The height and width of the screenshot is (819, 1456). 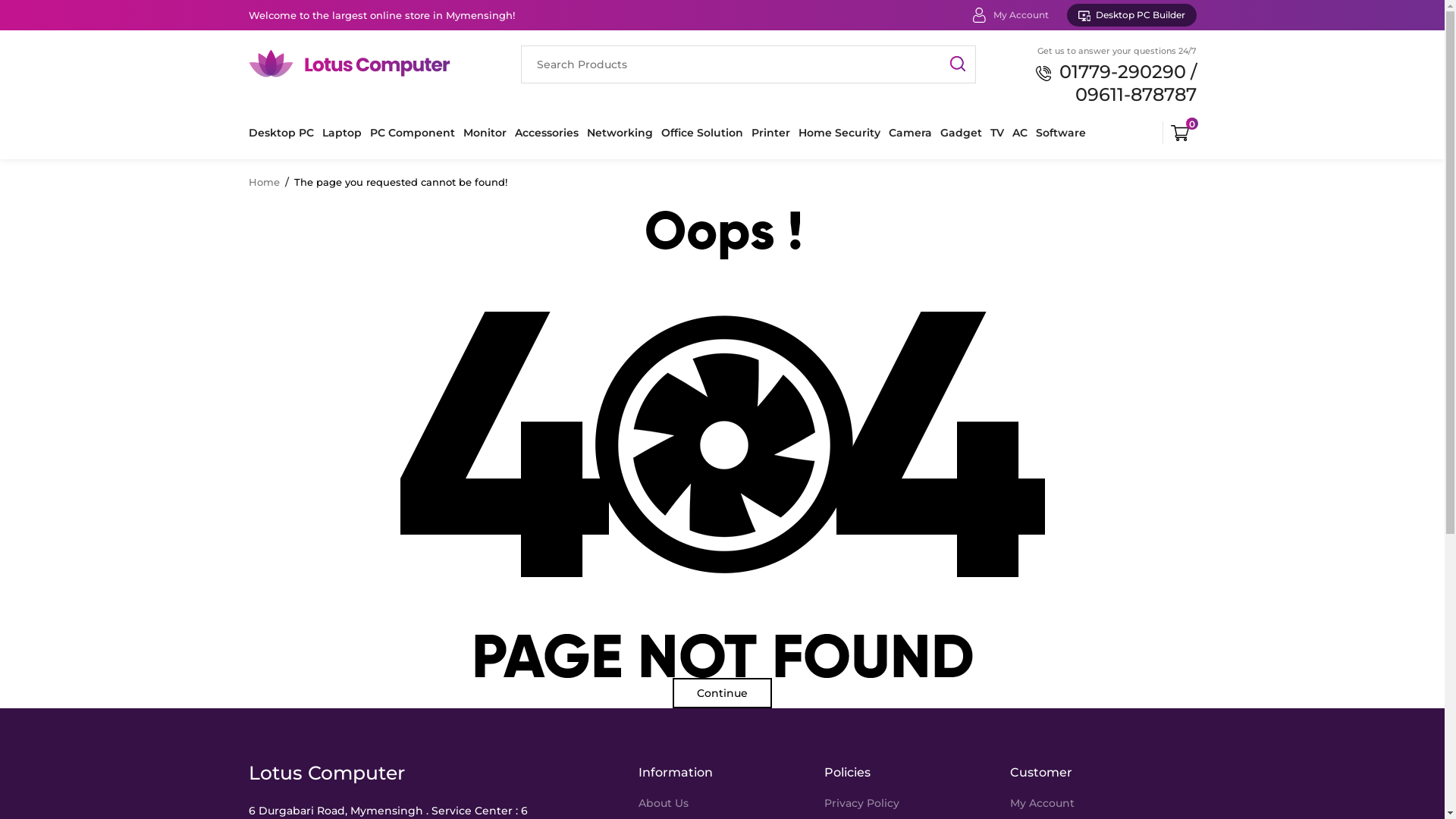 What do you see at coordinates (1131, 14) in the screenshot?
I see `'Desktop PC Builder'` at bounding box center [1131, 14].